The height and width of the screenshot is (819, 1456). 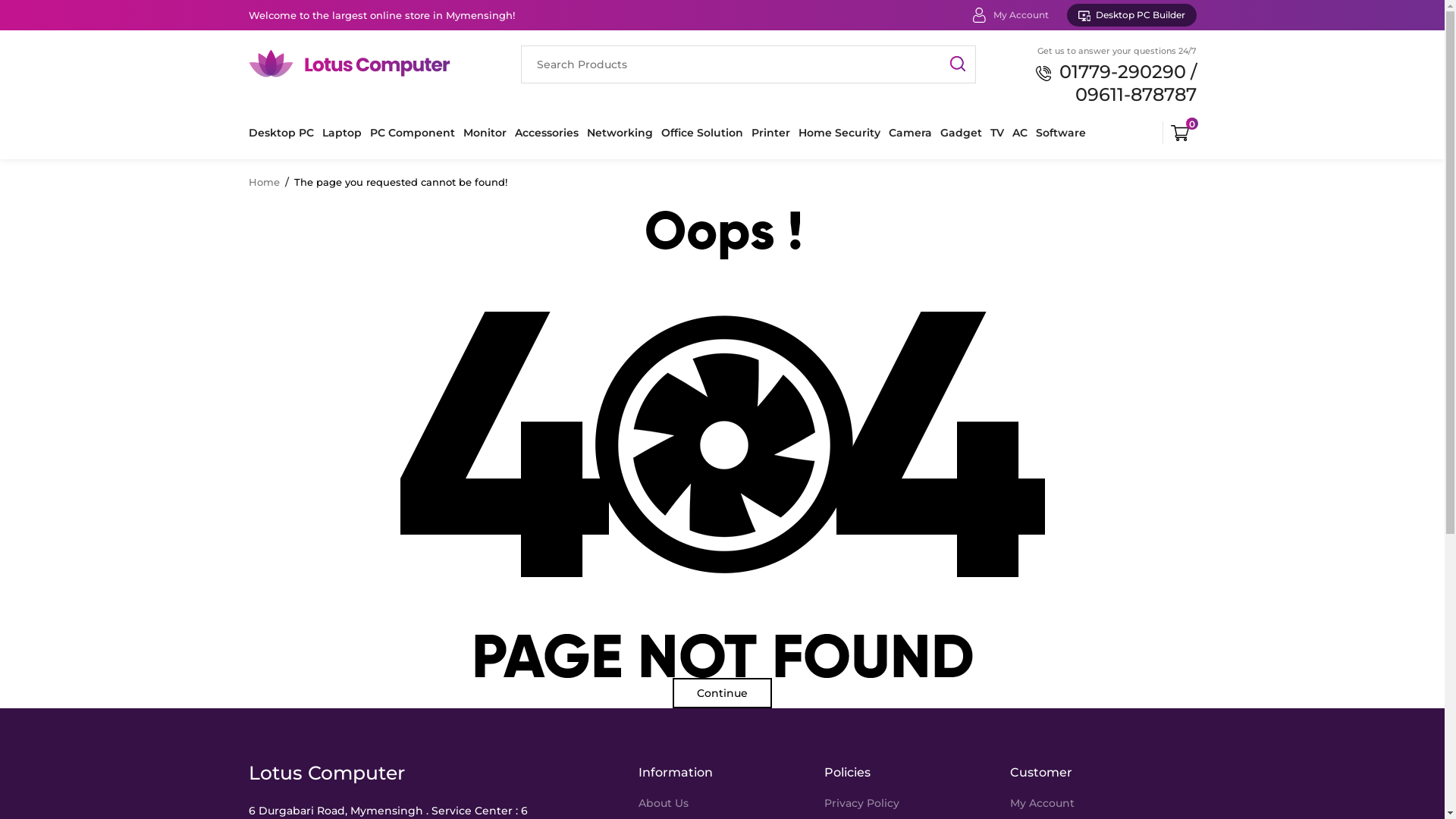 What do you see at coordinates (1131, 14) in the screenshot?
I see `'Desktop PC Builder'` at bounding box center [1131, 14].